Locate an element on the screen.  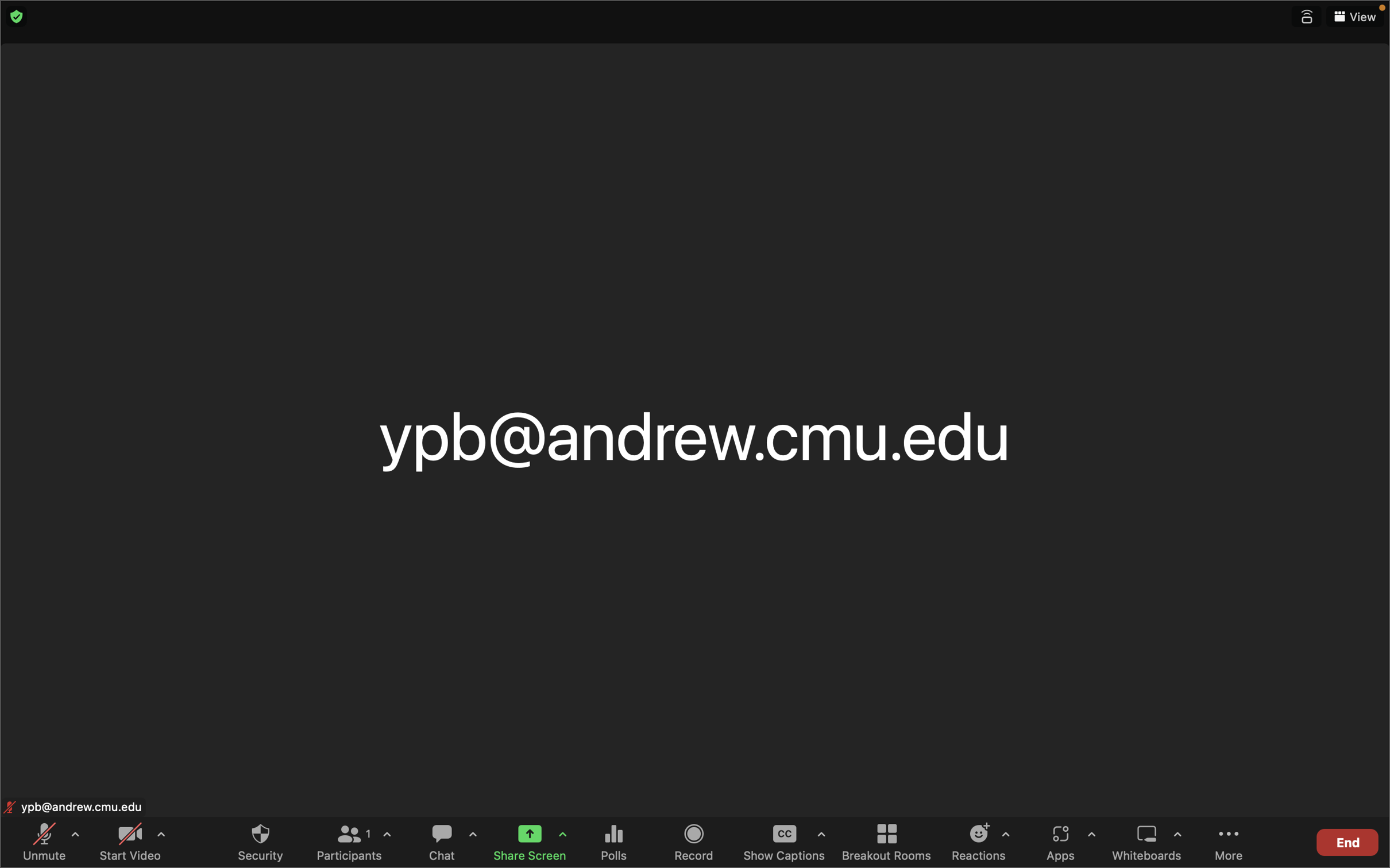
Begin recording the meeting proceedings is located at coordinates (695, 841).